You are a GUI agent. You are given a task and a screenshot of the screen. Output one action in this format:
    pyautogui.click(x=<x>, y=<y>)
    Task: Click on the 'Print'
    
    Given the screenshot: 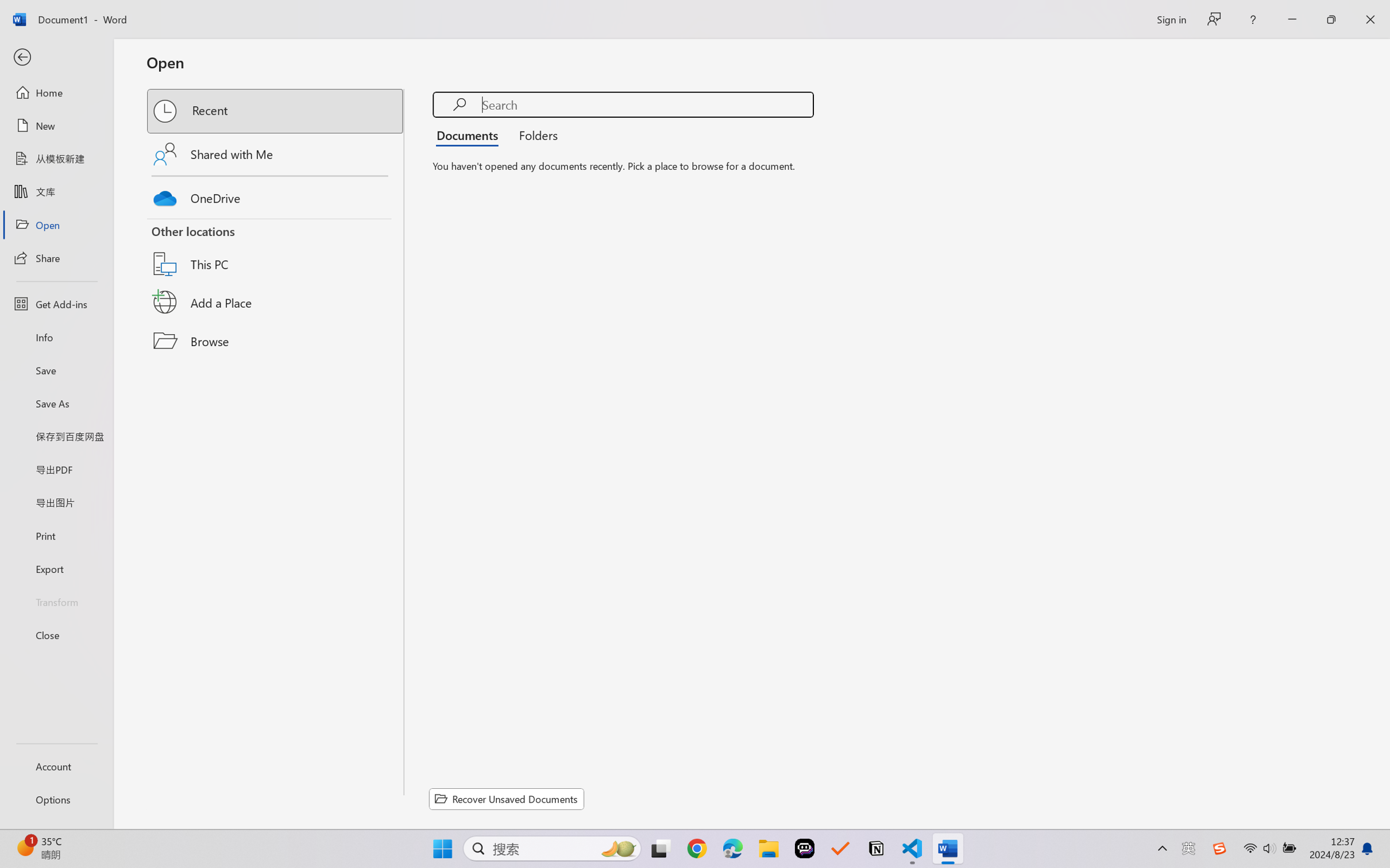 What is the action you would take?
    pyautogui.click(x=56, y=536)
    